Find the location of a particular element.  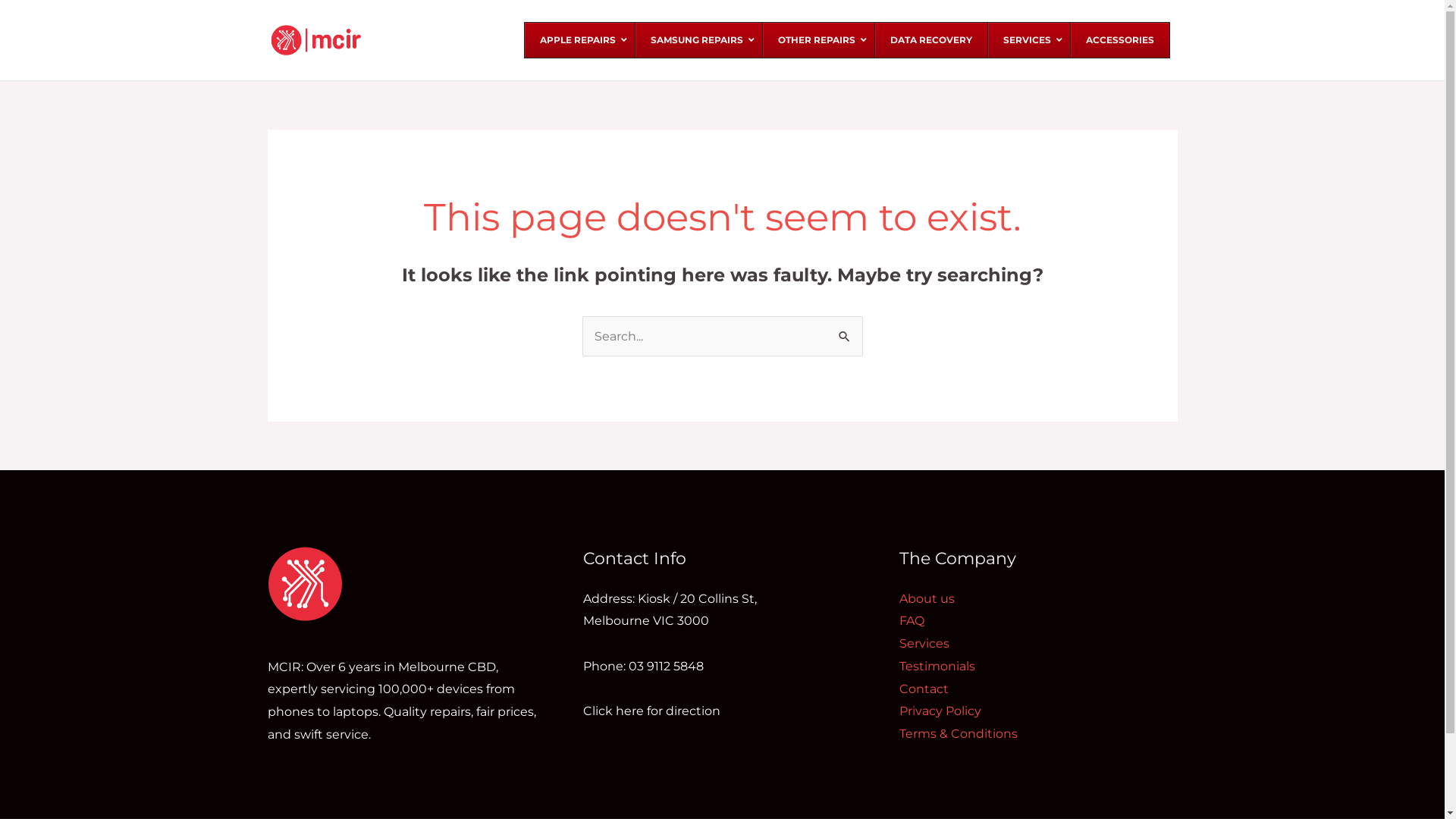

'FAQ' is located at coordinates (899, 620).